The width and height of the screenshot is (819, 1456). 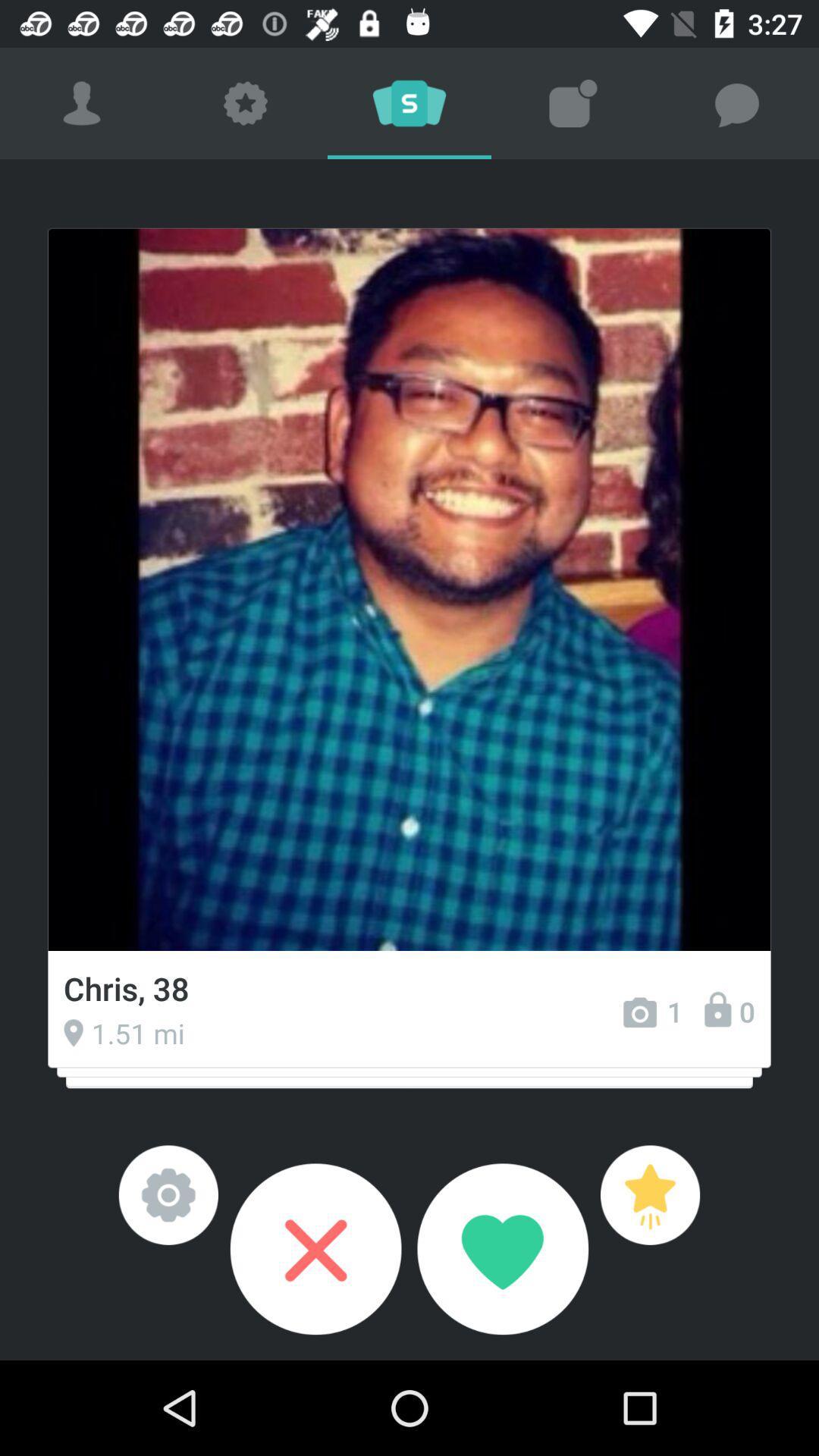 I want to click on the settings icon, so click(x=168, y=1194).